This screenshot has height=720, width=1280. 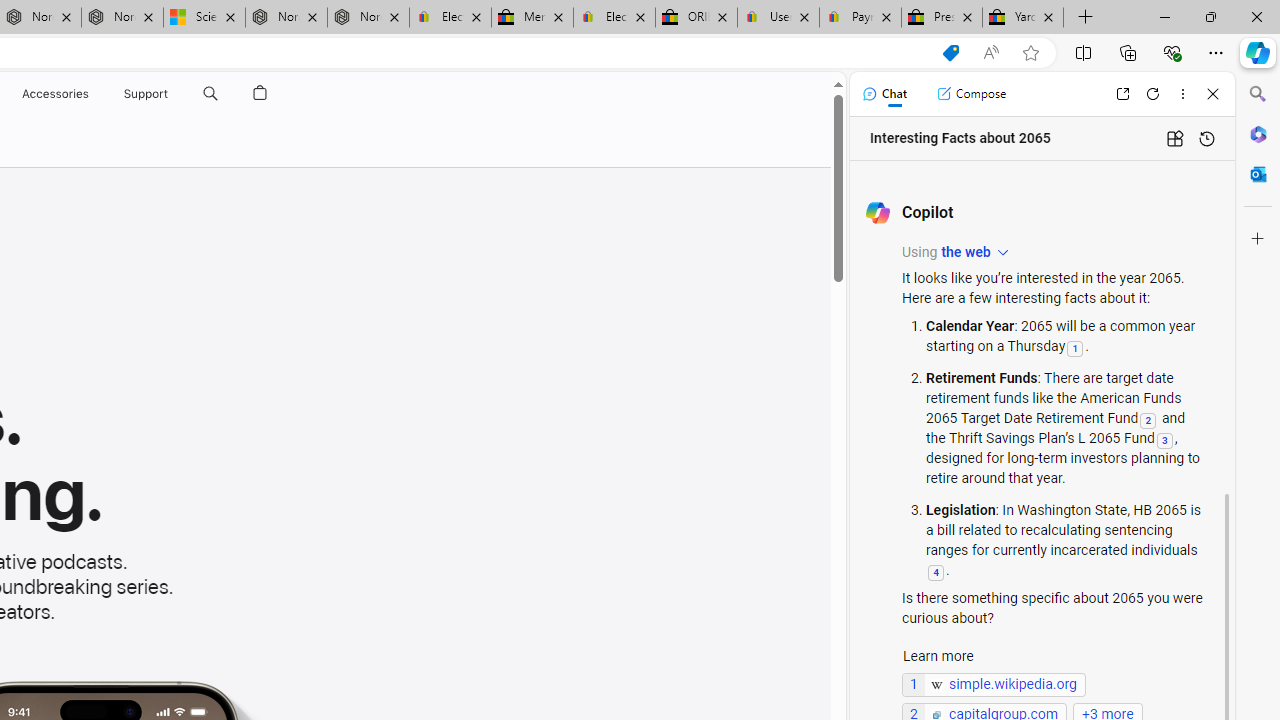 I want to click on 'Class: globalnav-item globalnav-search shift-0-1', so click(x=210, y=93).